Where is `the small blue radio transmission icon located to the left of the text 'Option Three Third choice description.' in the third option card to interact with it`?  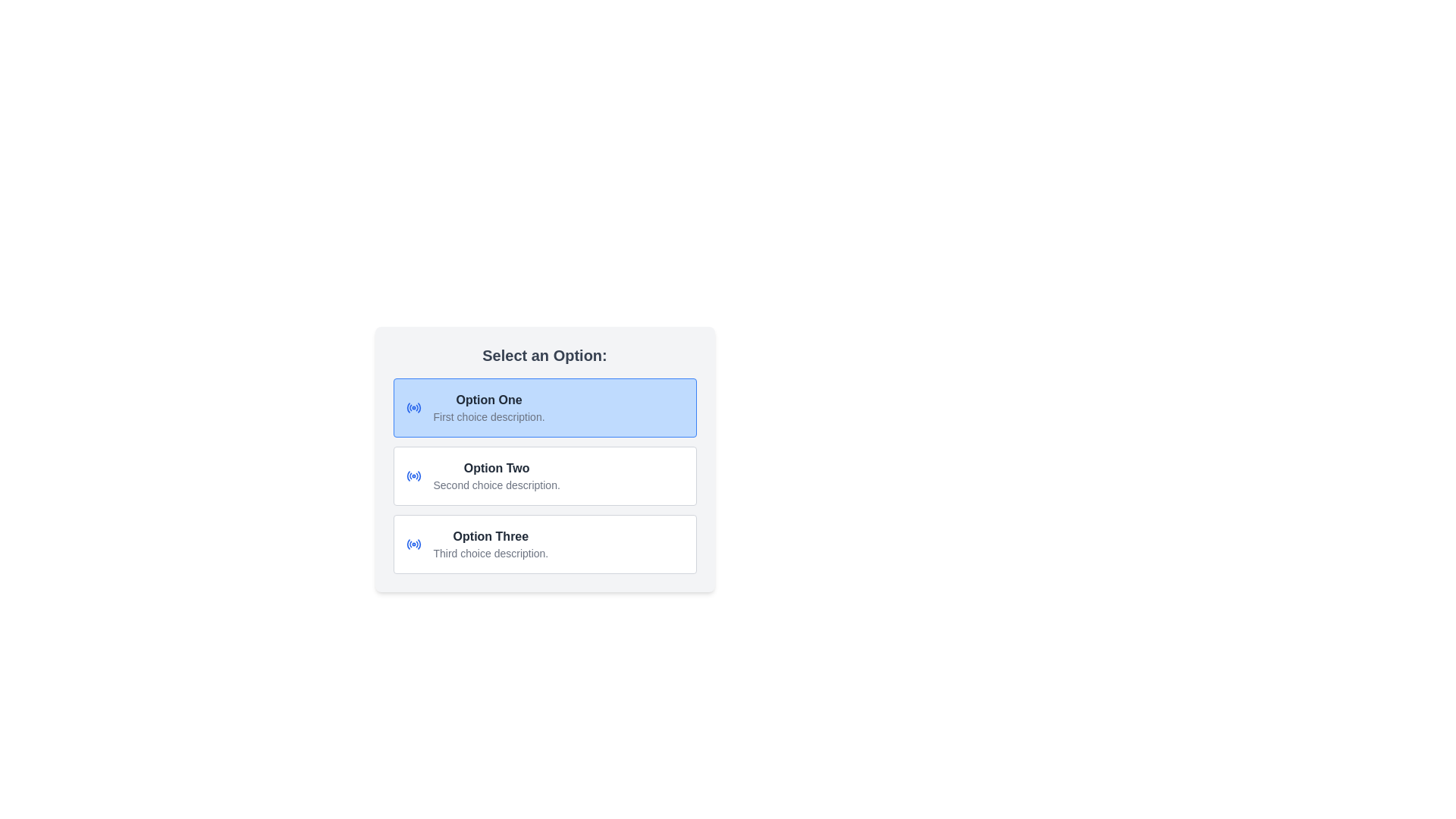
the small blue radio transmission icon located to the left of the text 'Option Three Third choice description.' in the third option card to interact with it is located at coordinates (413, 543).